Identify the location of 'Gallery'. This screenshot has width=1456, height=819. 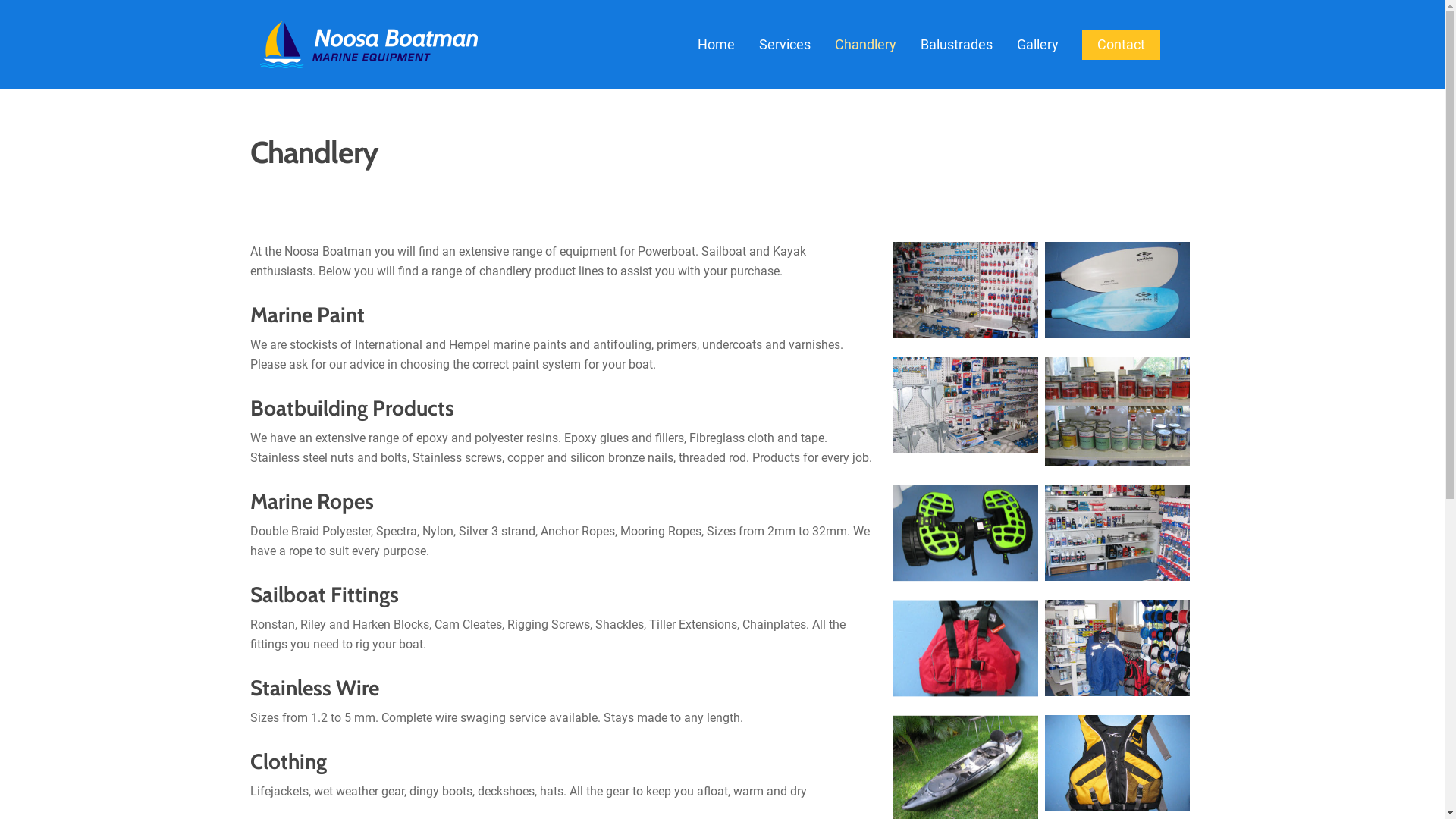
(1037, 43).